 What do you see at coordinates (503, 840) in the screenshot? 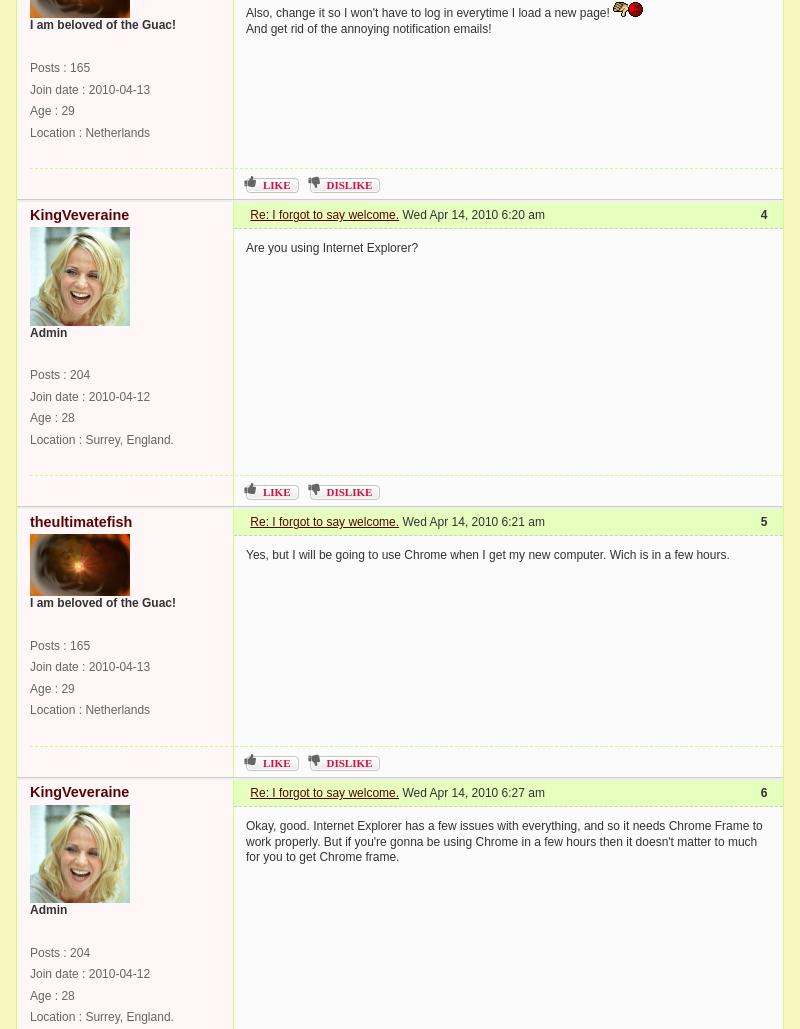
I see `'Okay, good. Internet Explorer has a few issues with everything, and so it needs Chrome Frame to work properly. But if you're gonna be using Chrome in a few hours then it doesn't matter to much for you to get Chrome frame.'` at bounding box center [503, 840].